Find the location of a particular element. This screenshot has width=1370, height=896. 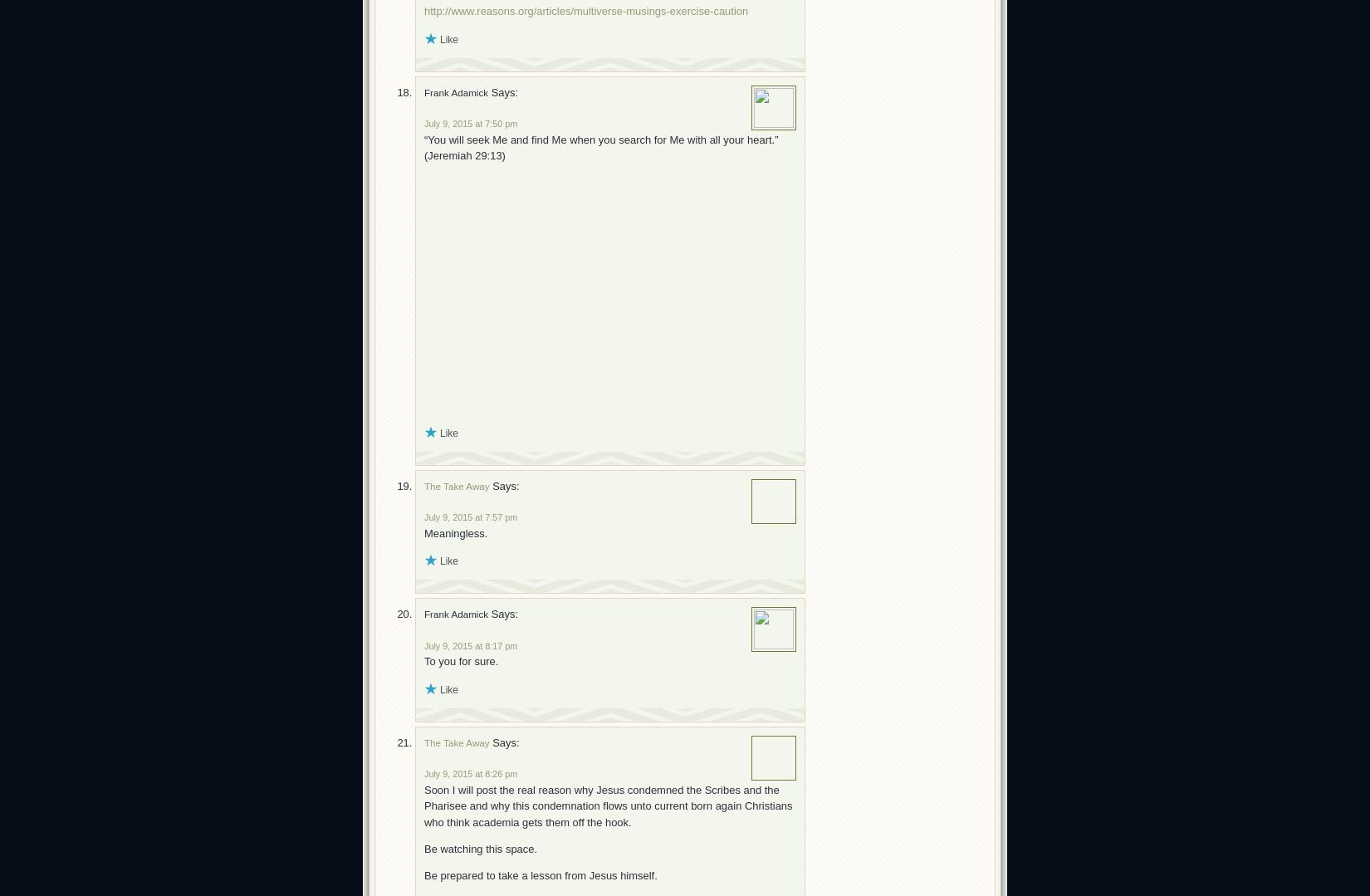

'Be watching this space.' is located at coordinates (479, 849).